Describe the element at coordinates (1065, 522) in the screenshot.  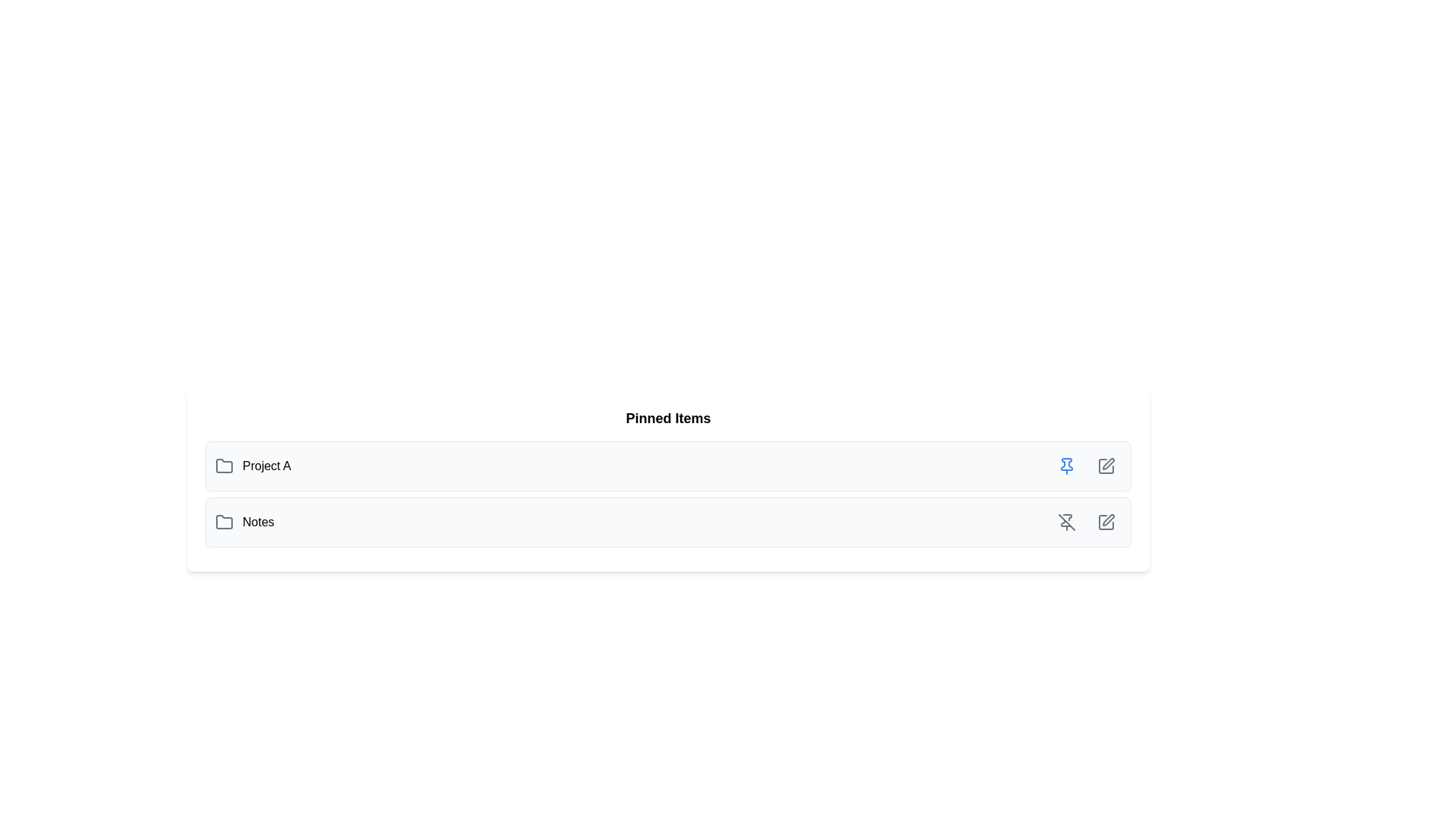
I see `the unpin button with a crossed-out pin icon located adjacent to the edit icon in the 'Pinned Items' section` at that location.